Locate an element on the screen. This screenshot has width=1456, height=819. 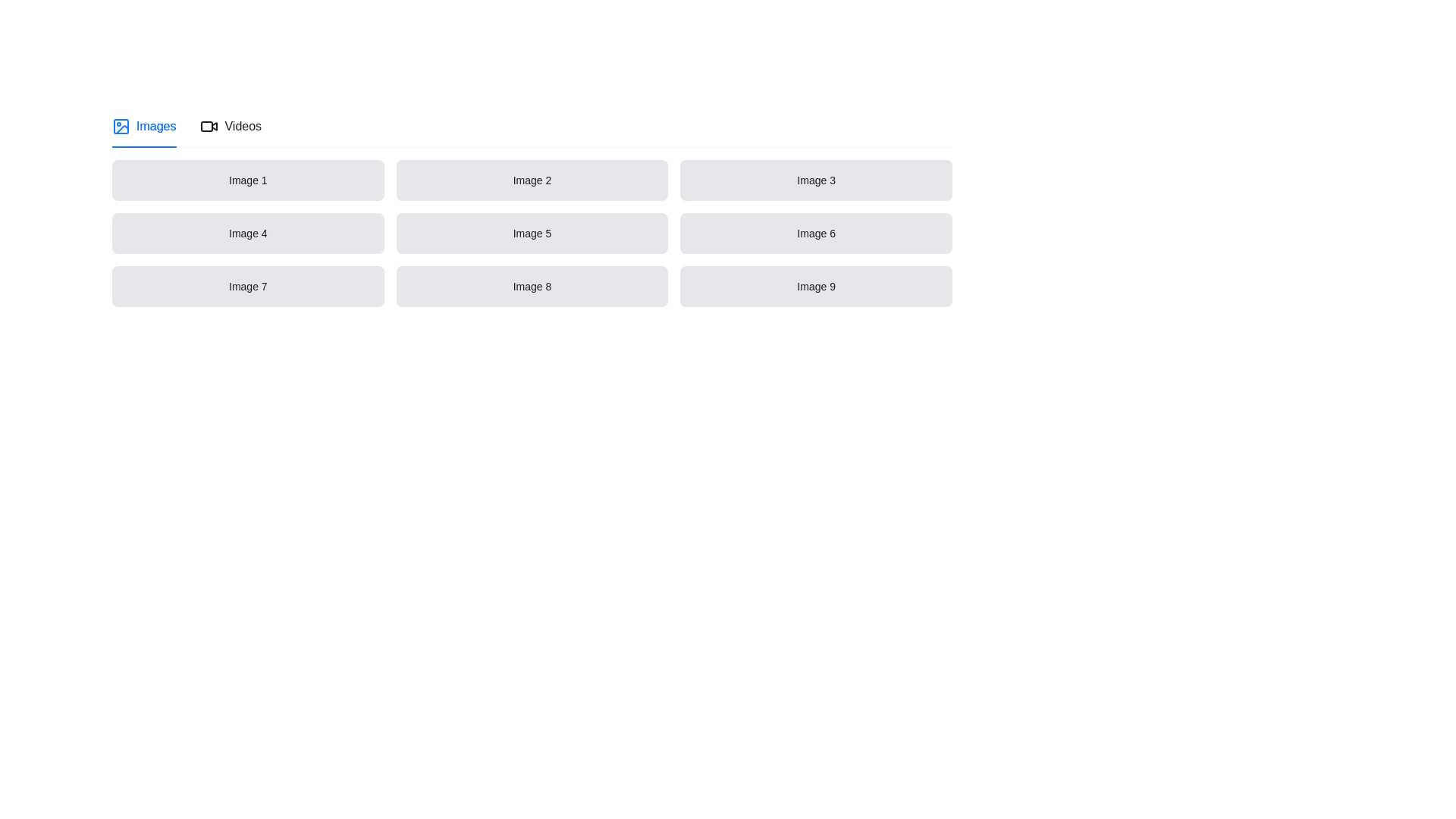
the 'more options' ellipsis icon located in the tab navigation area is located at coordinates (130, 117).